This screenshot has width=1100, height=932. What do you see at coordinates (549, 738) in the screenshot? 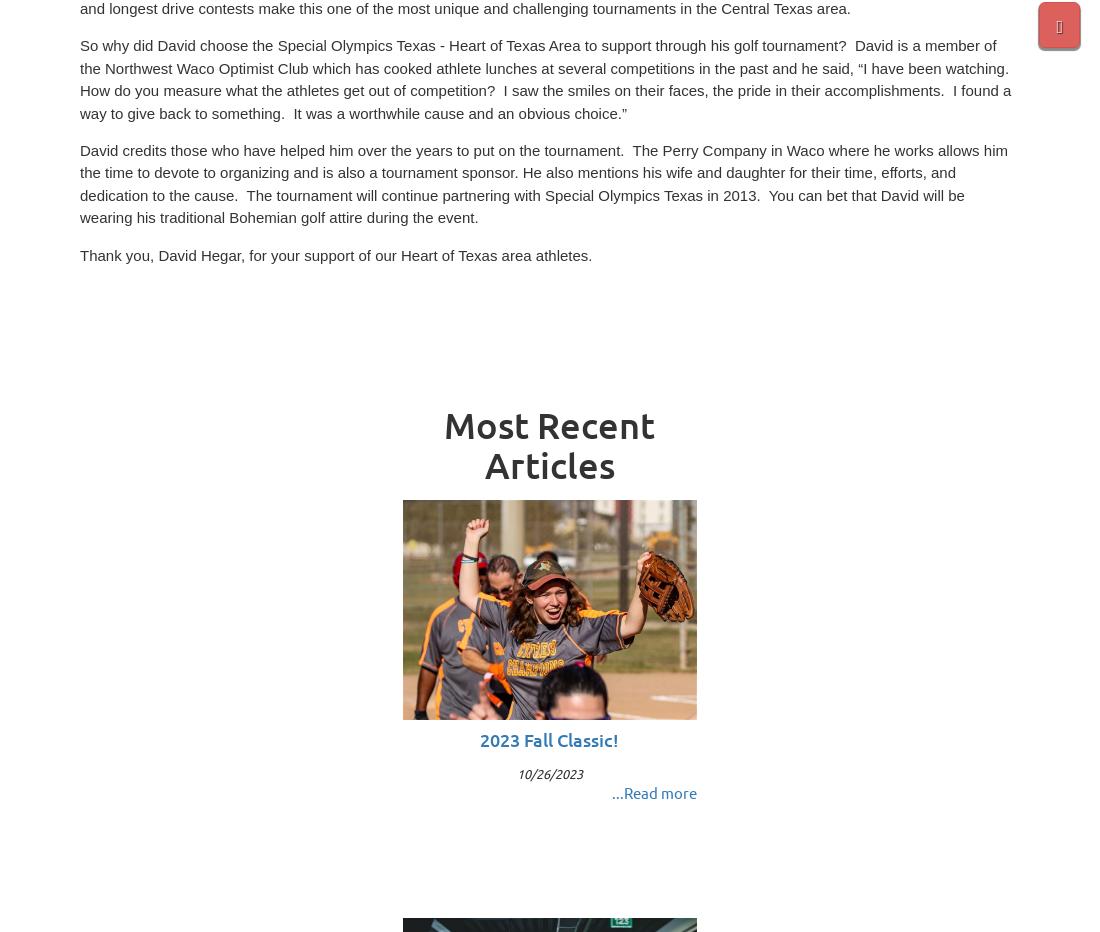
I see `'2023 Fall Classic!'` at bounding box center [549, 738].